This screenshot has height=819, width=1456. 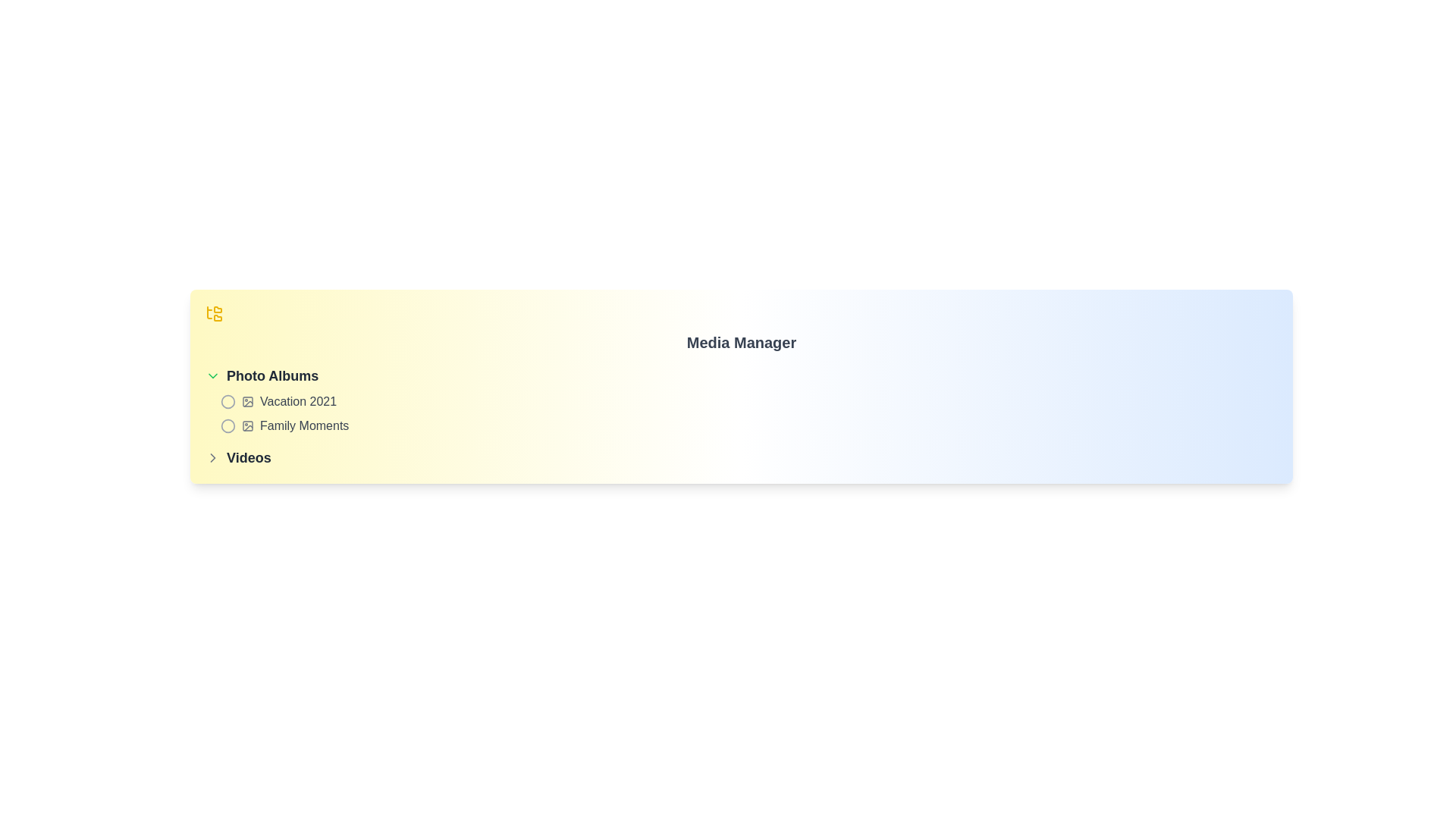 I want to click on the Checkbox associated with 'Vacation 2021', so click(x=227, y=400).